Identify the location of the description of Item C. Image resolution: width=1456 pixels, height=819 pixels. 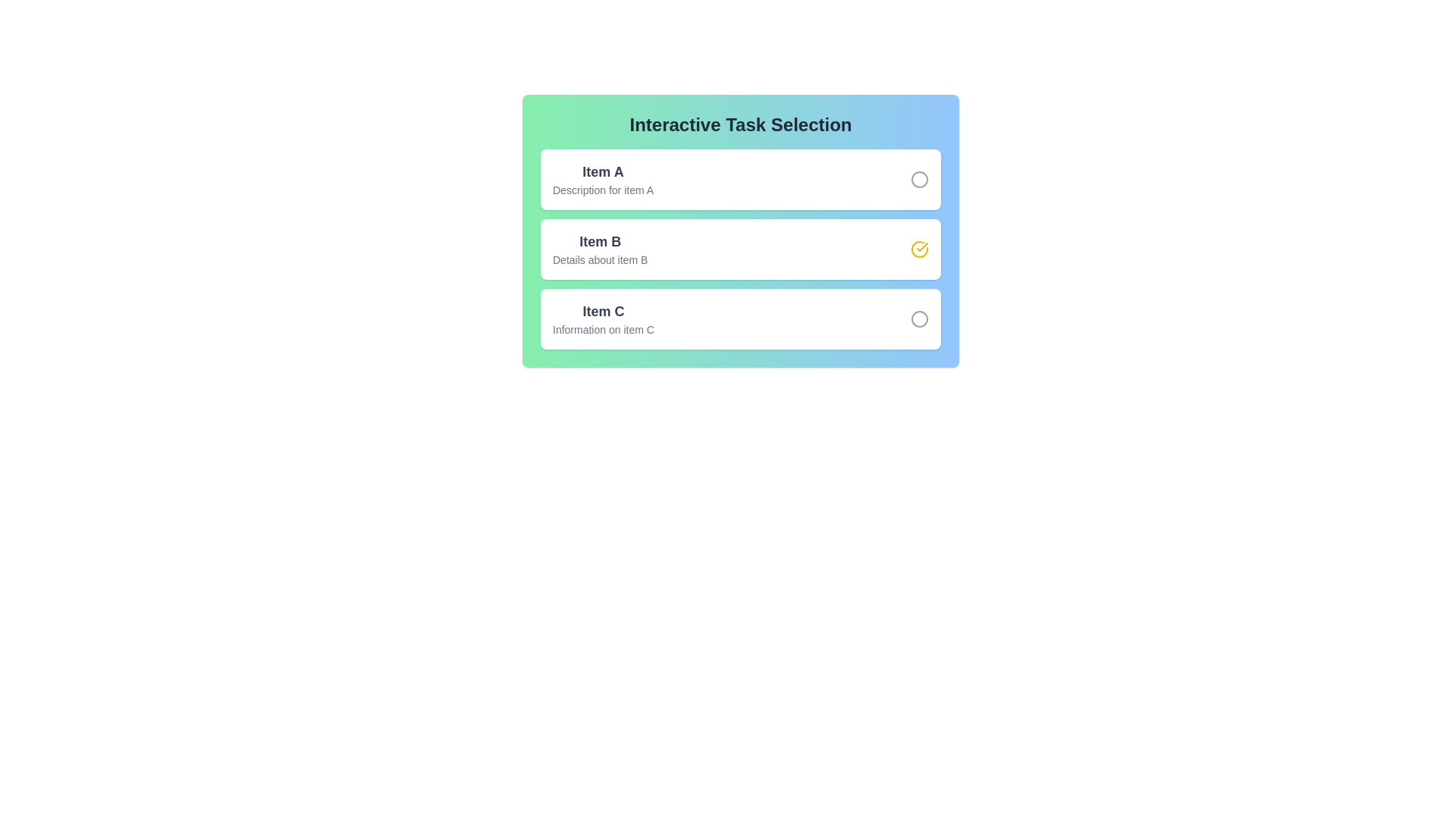
(602, 318).